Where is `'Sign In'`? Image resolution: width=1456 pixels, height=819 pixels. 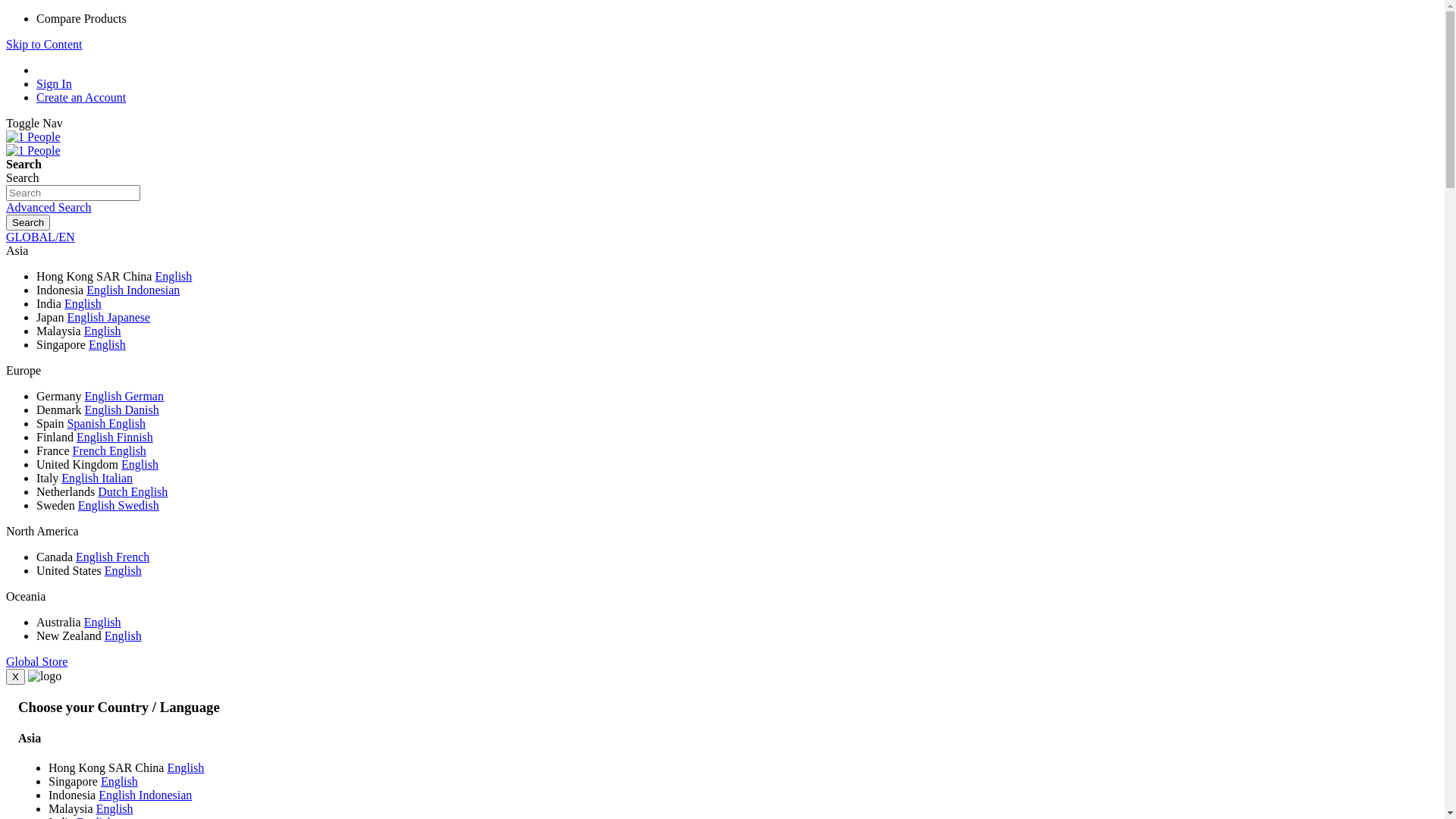 'Sign In' is located at coordinates (54, 83).